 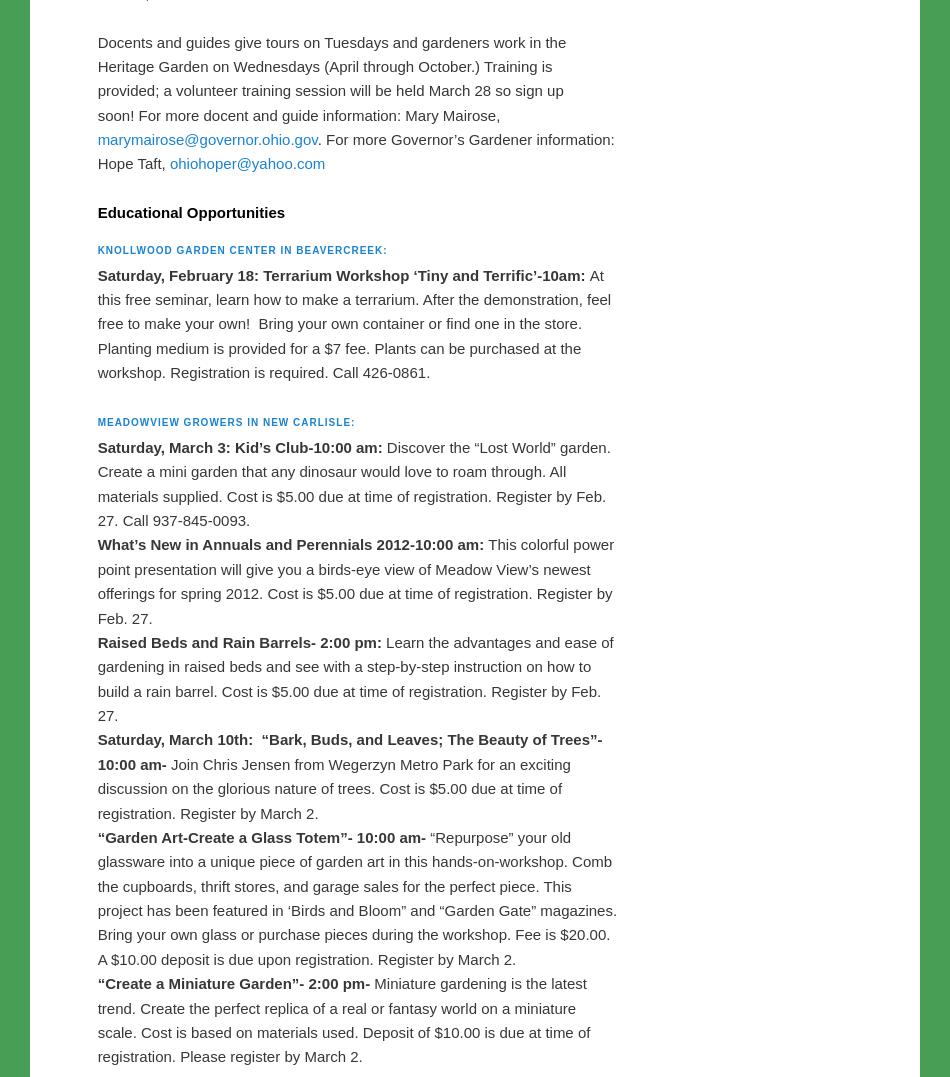 What do you see at coordinates (348, 800) in the screenshot?
I see `'“Bark, Buds, and Leaves; The Beauty of Trees”- 10:00 am-'` at bounding box center [348, 800].